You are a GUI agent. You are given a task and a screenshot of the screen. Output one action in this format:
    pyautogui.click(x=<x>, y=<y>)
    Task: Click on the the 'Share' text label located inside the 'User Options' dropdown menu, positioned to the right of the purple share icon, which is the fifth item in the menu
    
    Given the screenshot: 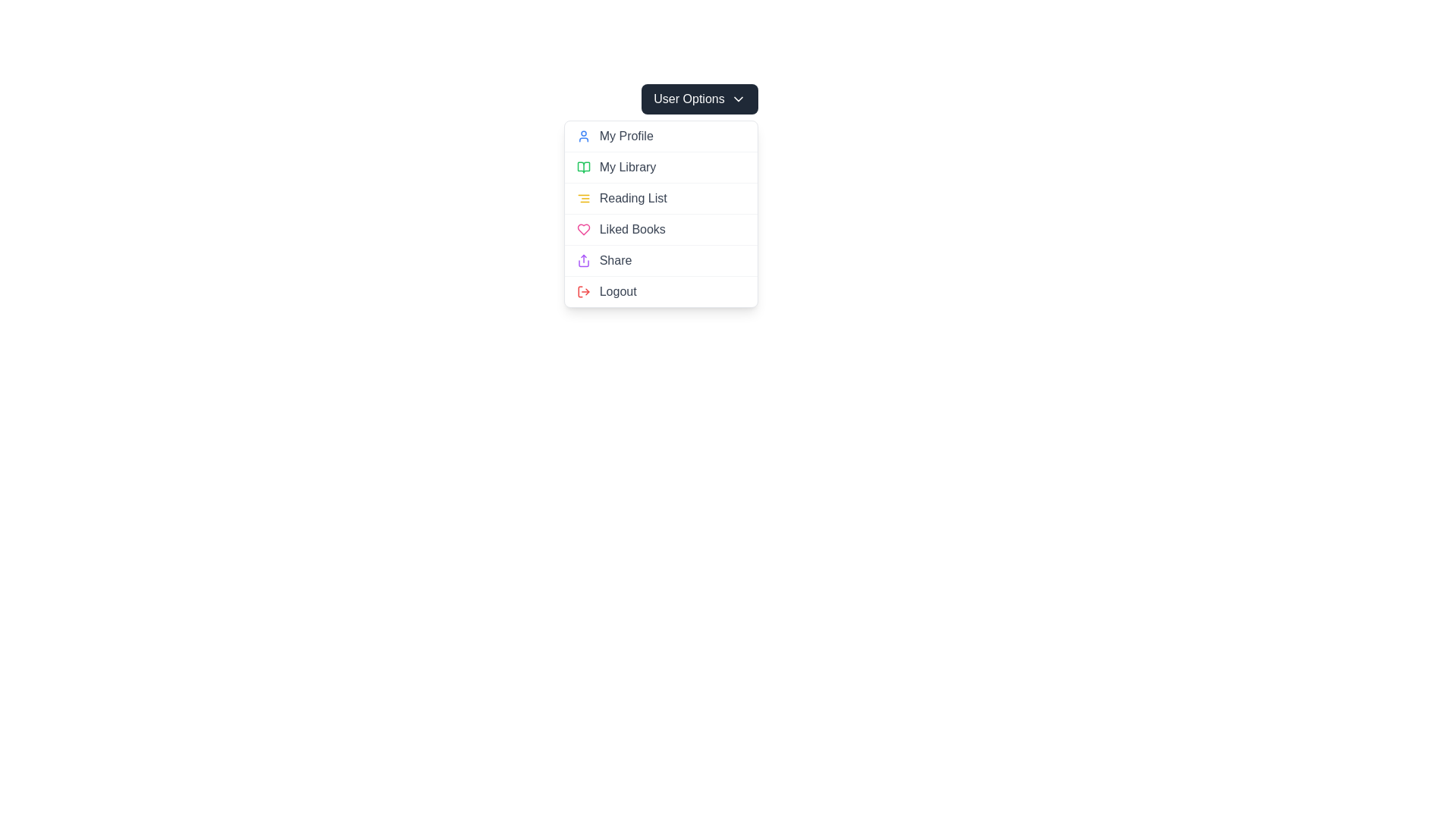 What is the action you would take?
    pyautogui.click(x=615, y=259)
    